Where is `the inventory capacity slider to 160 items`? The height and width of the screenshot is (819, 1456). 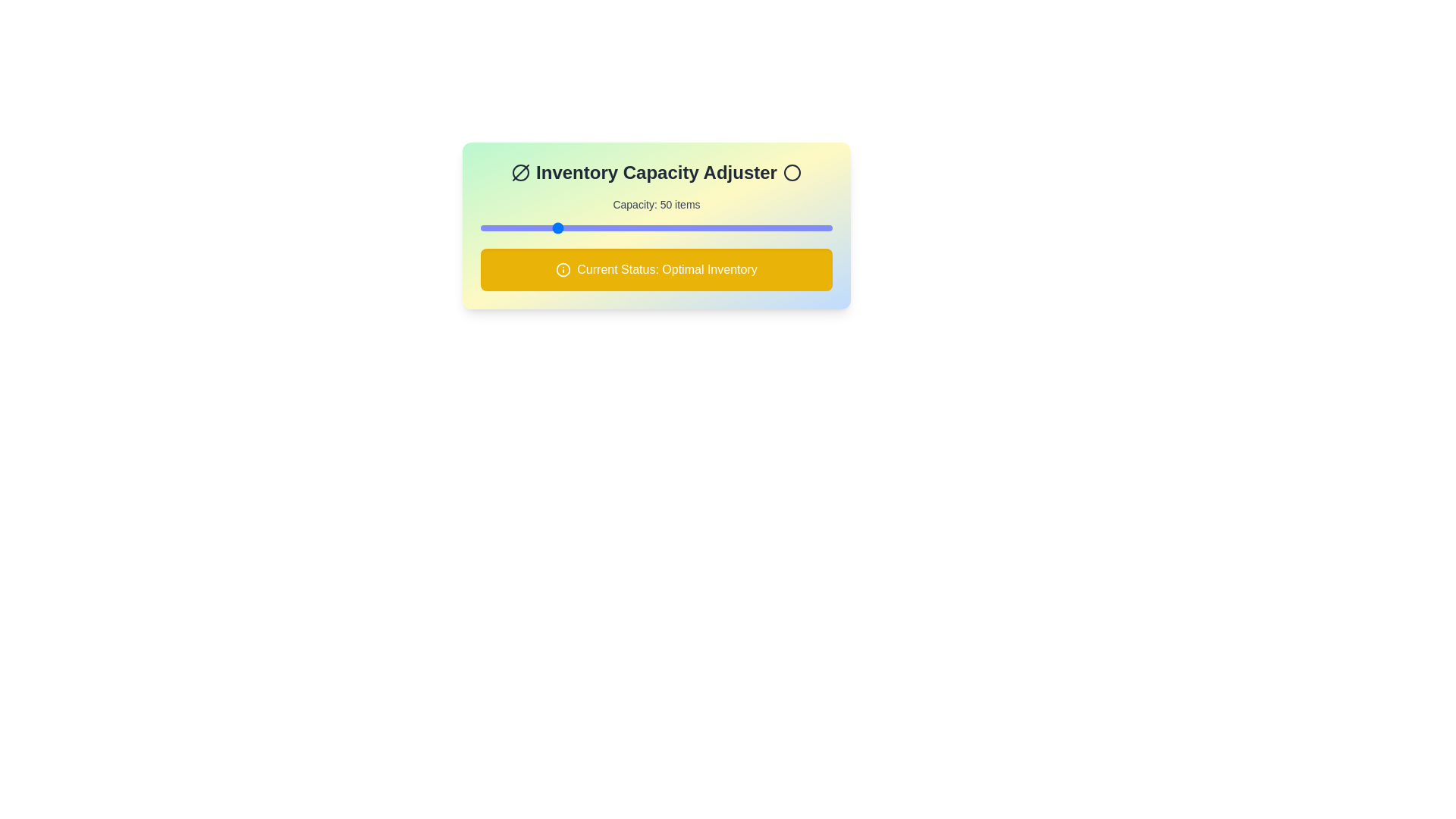 the inventory capacity slider to 160 items is located at coordinates (758, 227).